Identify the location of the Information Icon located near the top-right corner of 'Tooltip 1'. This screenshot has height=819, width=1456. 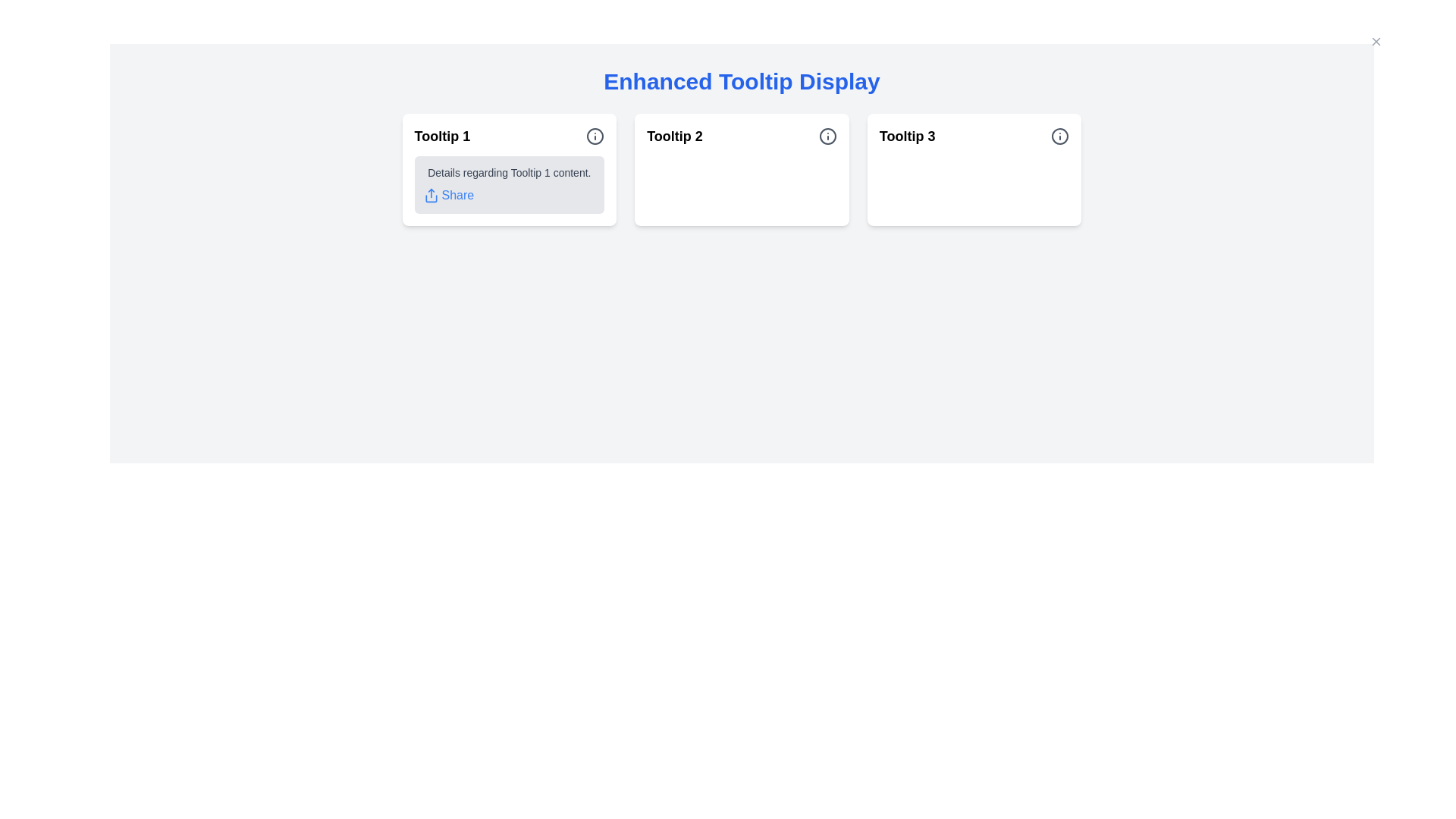
(595, 136).